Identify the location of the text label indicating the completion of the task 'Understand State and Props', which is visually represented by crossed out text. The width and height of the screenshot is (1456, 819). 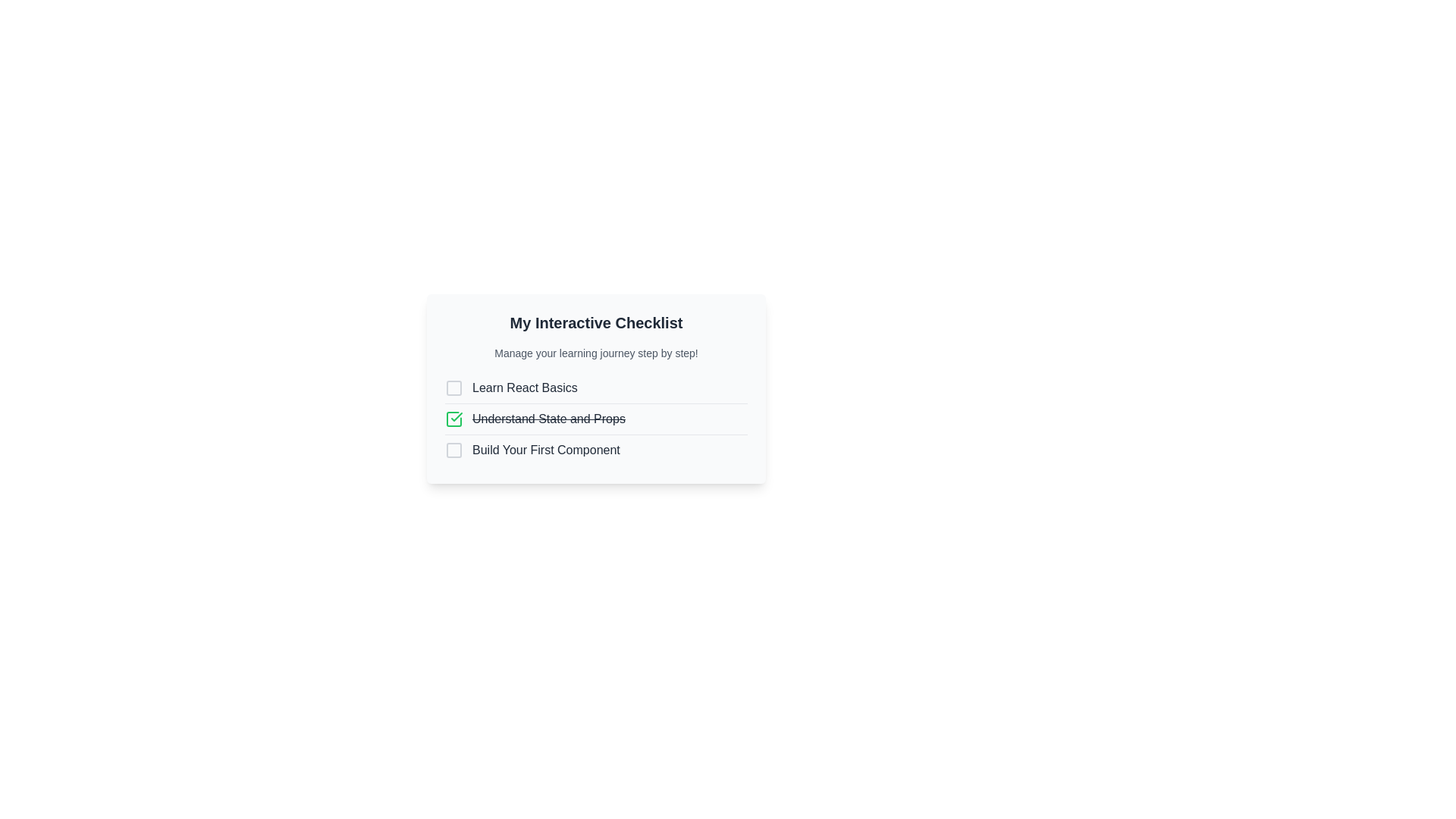
(548, 419).